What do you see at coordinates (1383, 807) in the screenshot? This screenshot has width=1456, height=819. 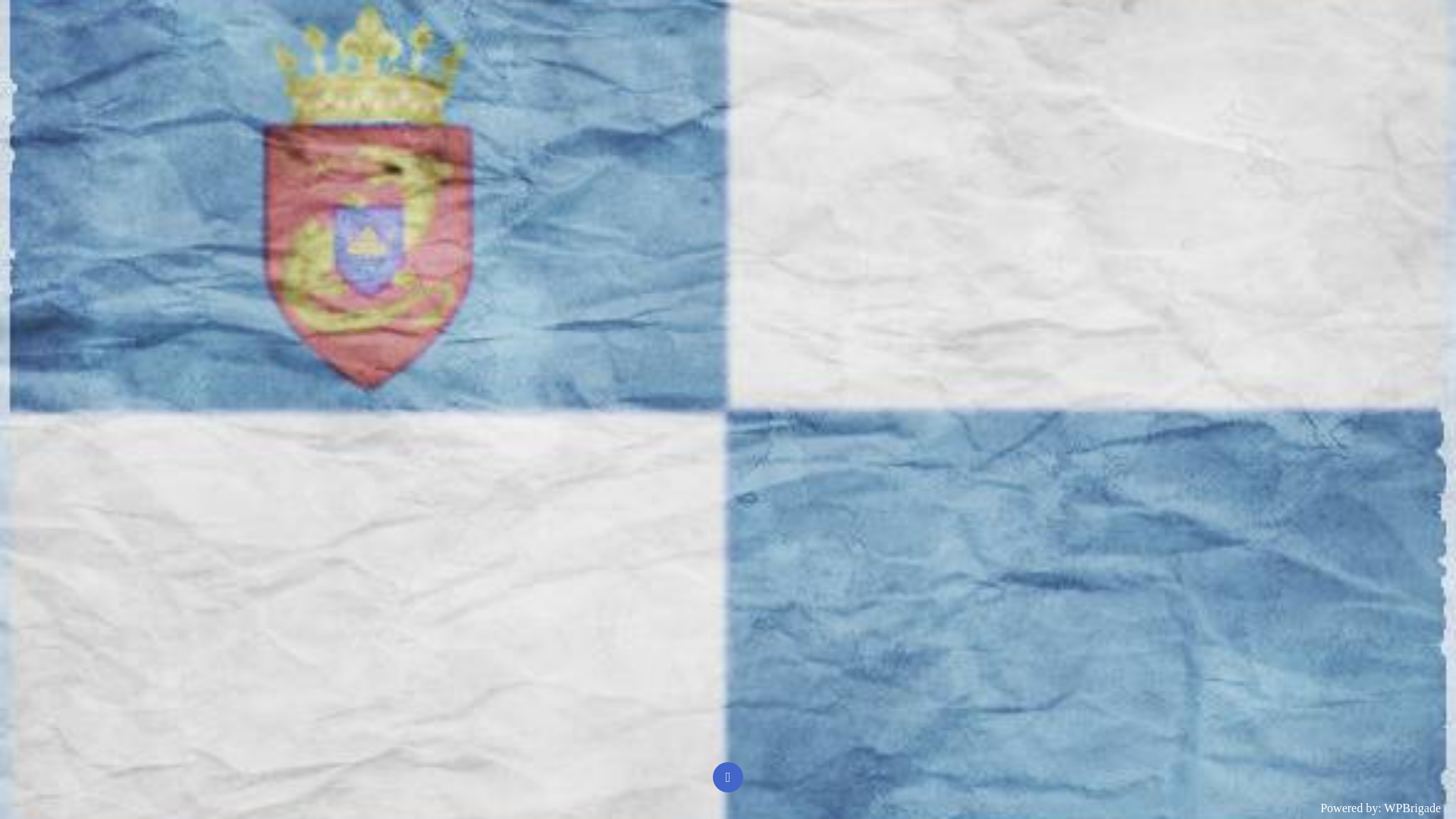 I see `'WPBrigade'` at bounding box center [1383, 807].